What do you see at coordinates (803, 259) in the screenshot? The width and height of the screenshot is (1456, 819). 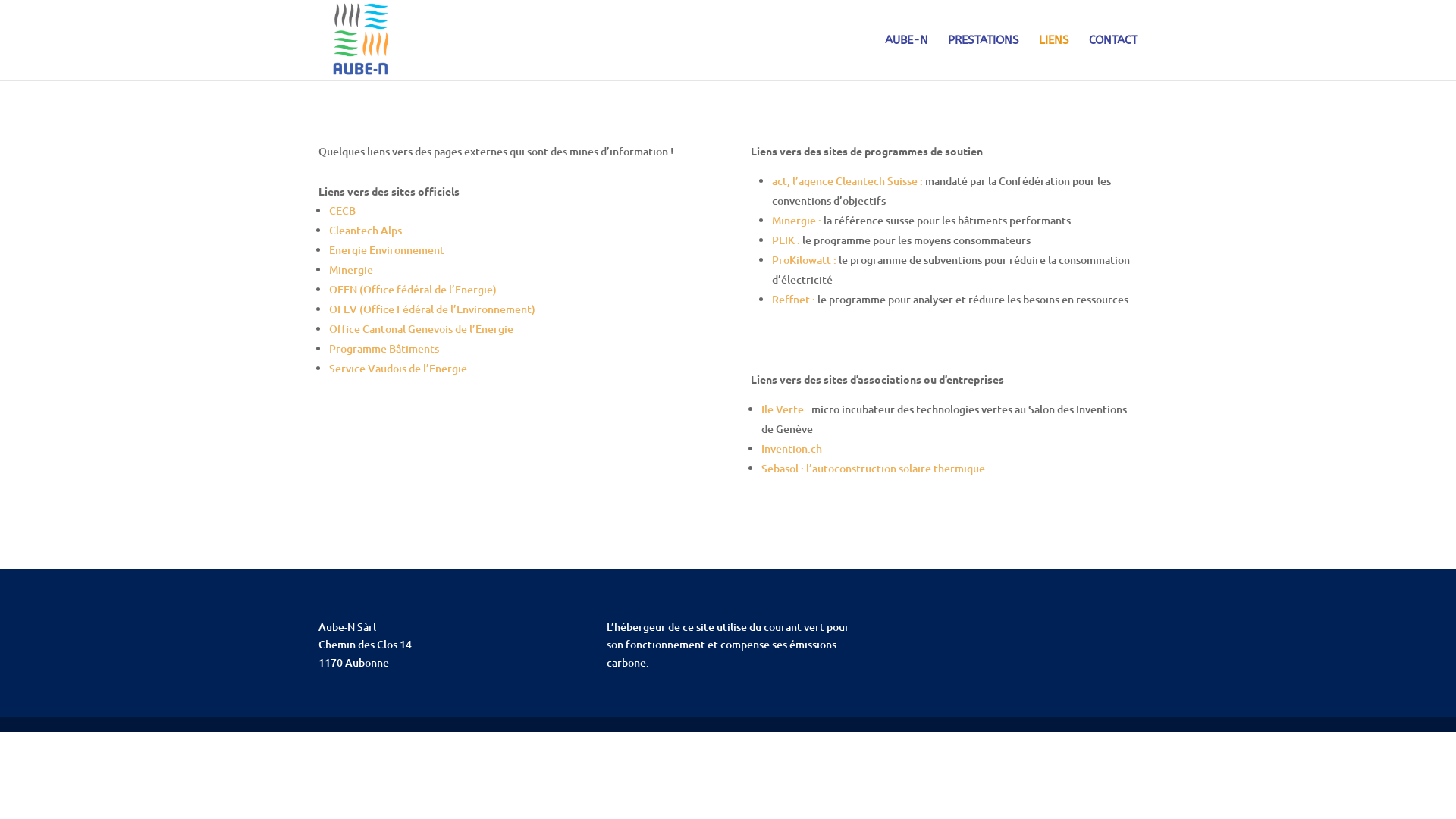 I see `'ProKilowatt :'` at bounding box center [803, 259].